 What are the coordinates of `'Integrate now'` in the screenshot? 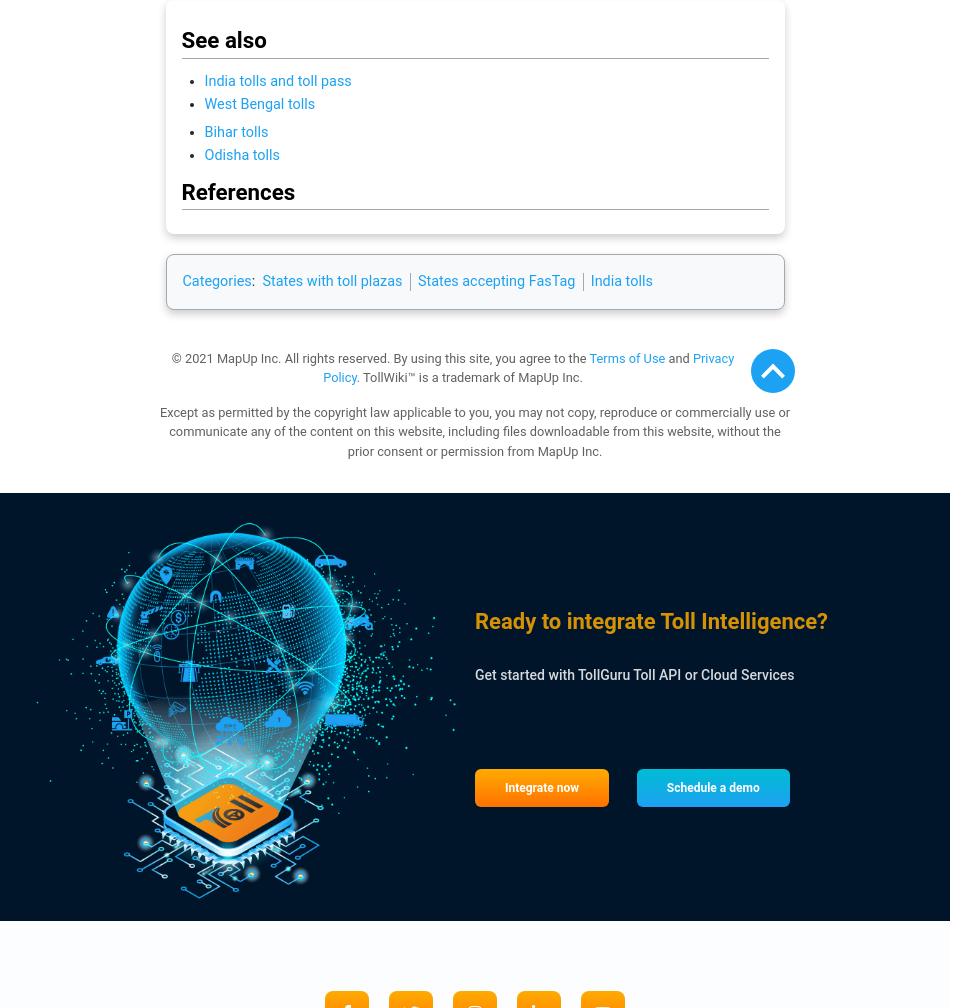 It's located at (541, 787).